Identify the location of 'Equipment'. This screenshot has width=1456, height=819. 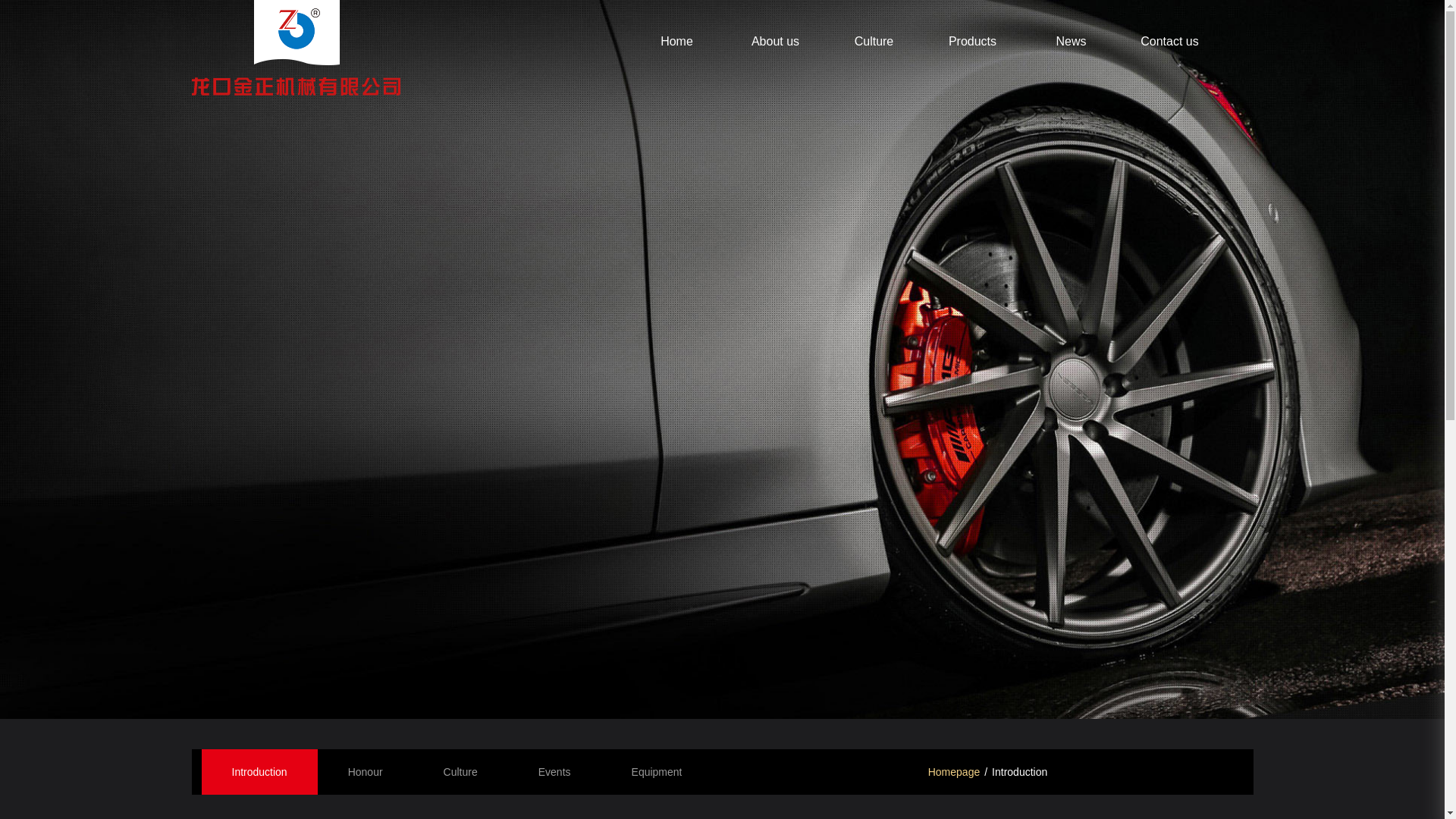
(657, 772).